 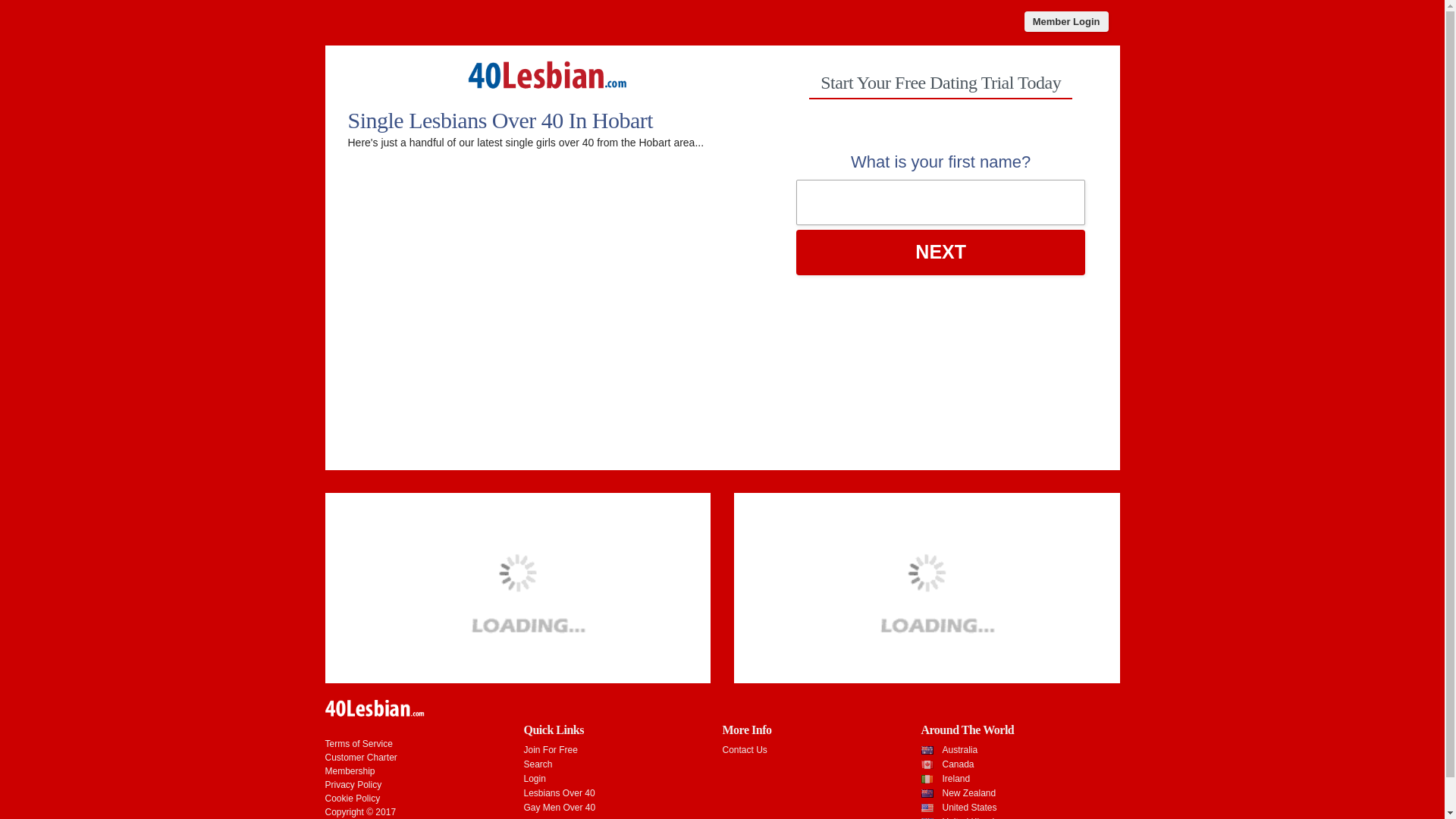 I want to click on 'NEXT', so click(x=940, y=251).